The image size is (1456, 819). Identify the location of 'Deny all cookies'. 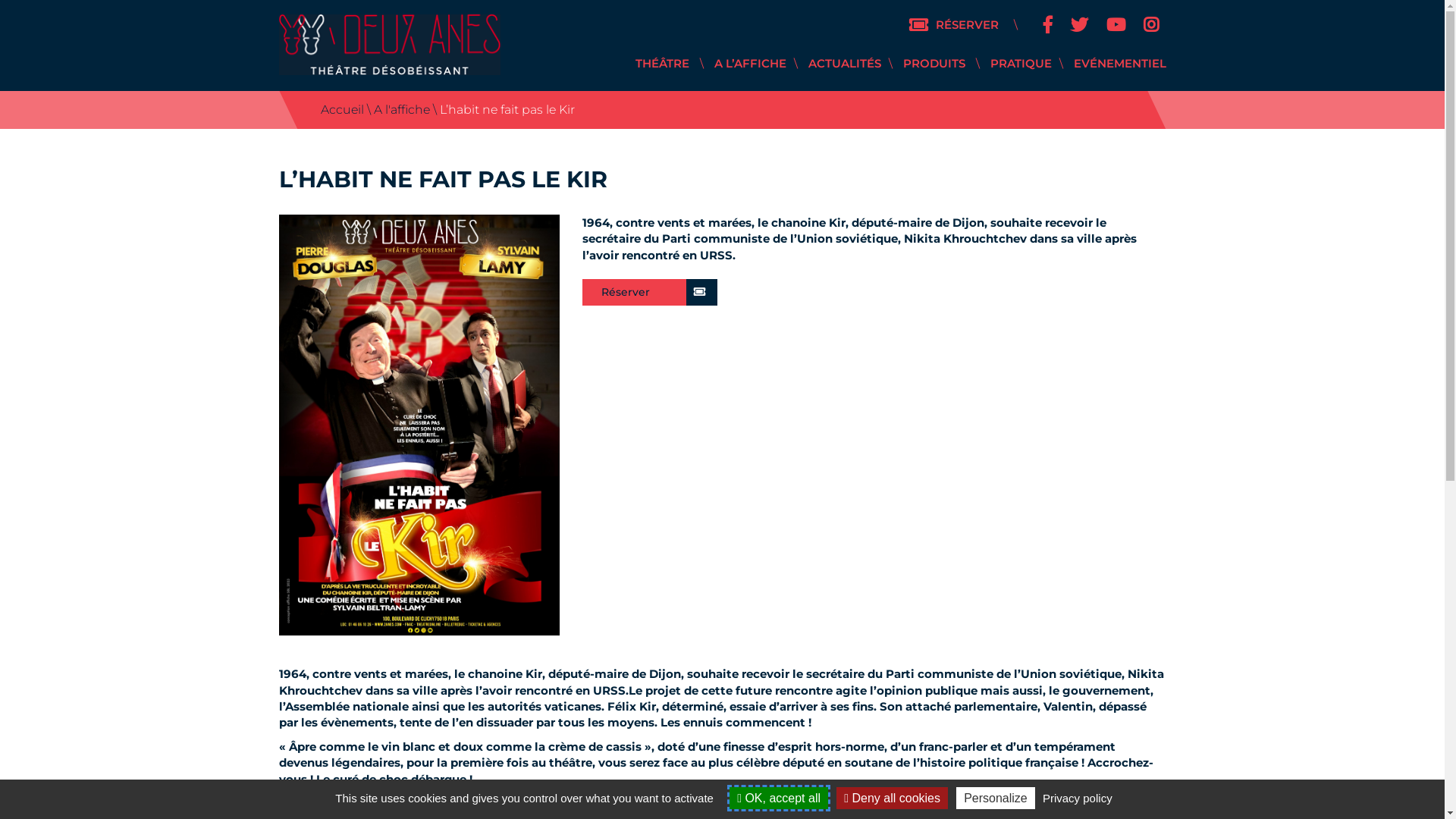
(892, 797).